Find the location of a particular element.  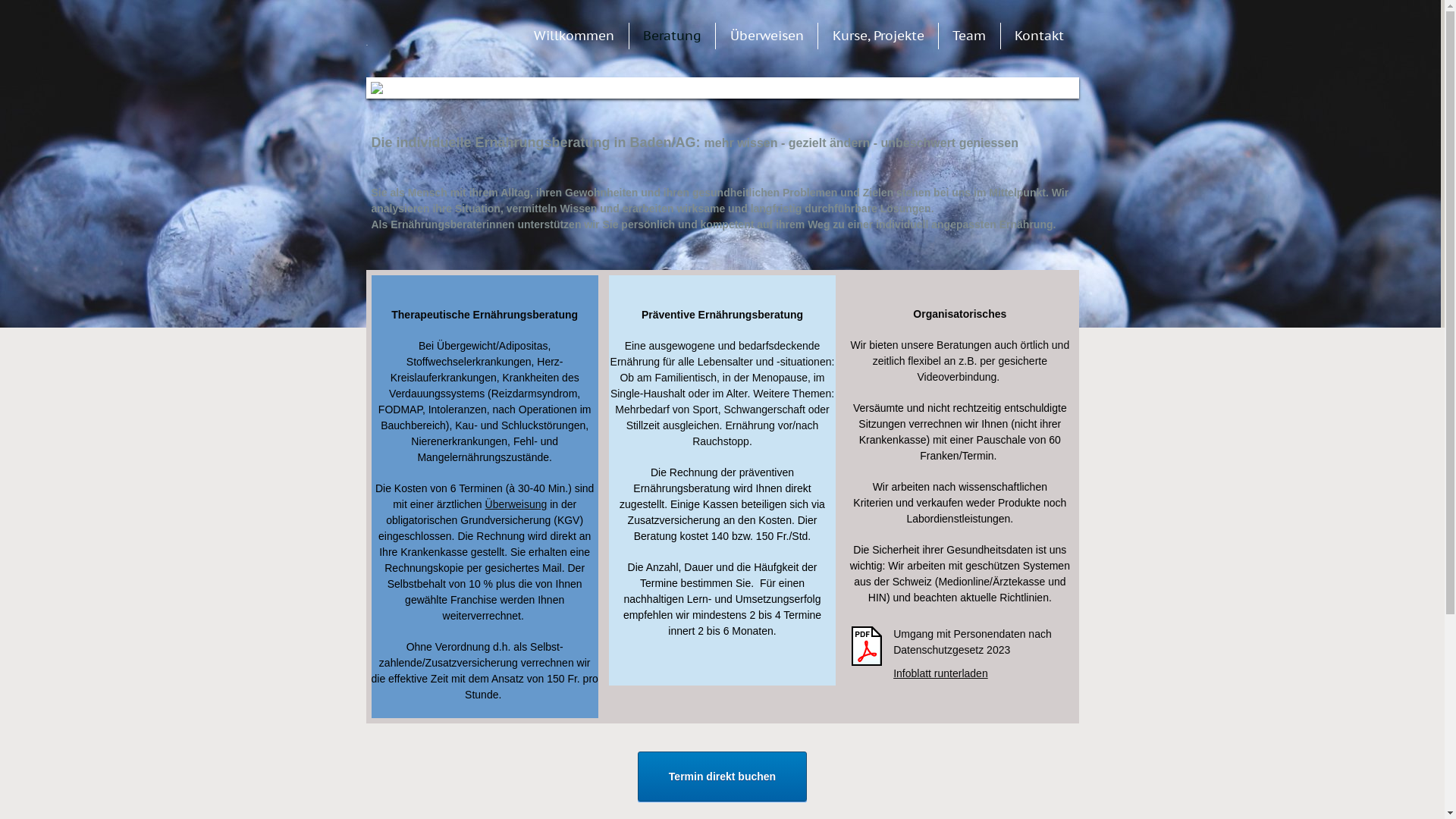

'Team' is located at coordinates (968, 34).